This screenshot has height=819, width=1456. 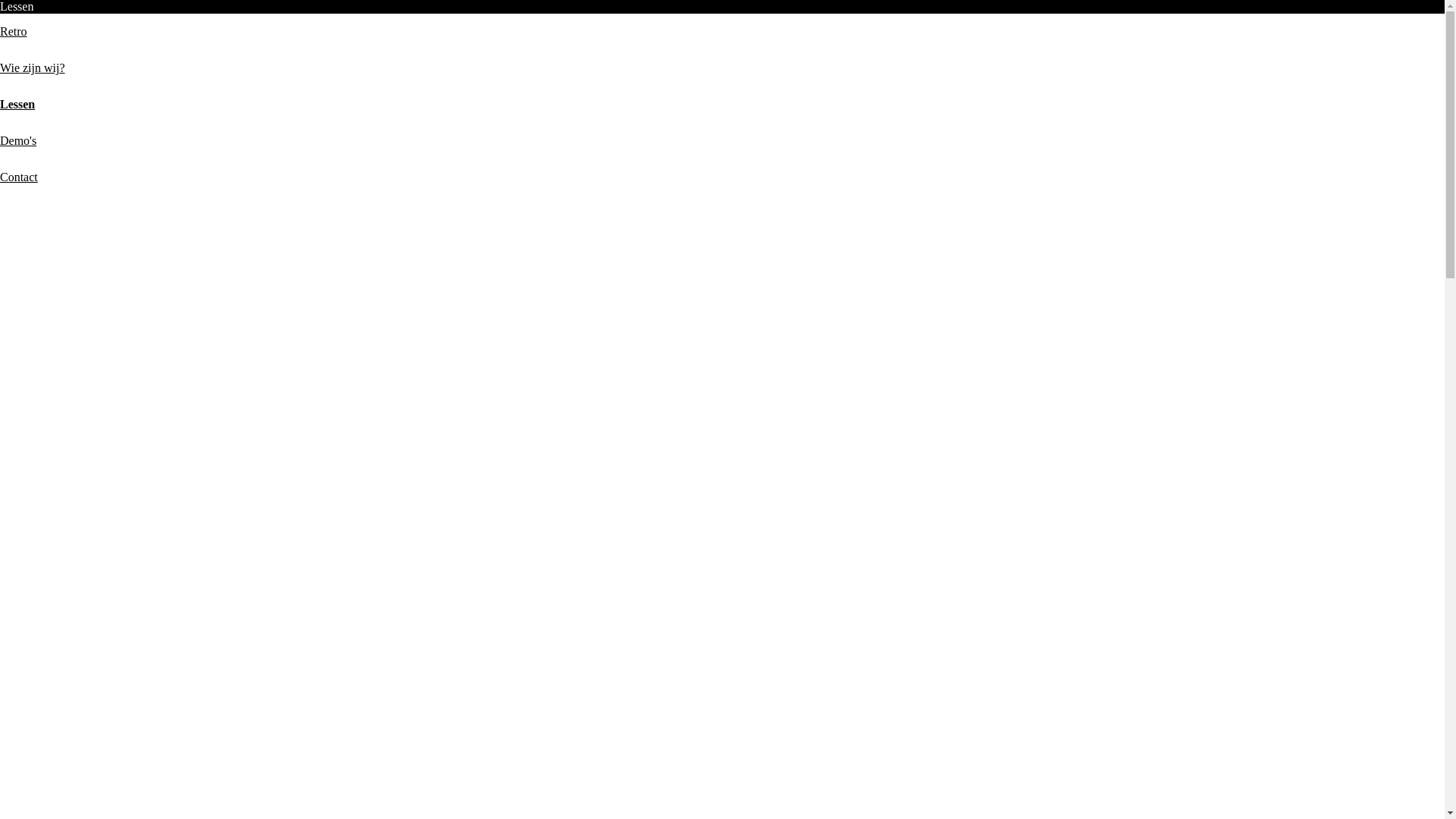 I want to click on 'Retro', so click(x=14, y=31).